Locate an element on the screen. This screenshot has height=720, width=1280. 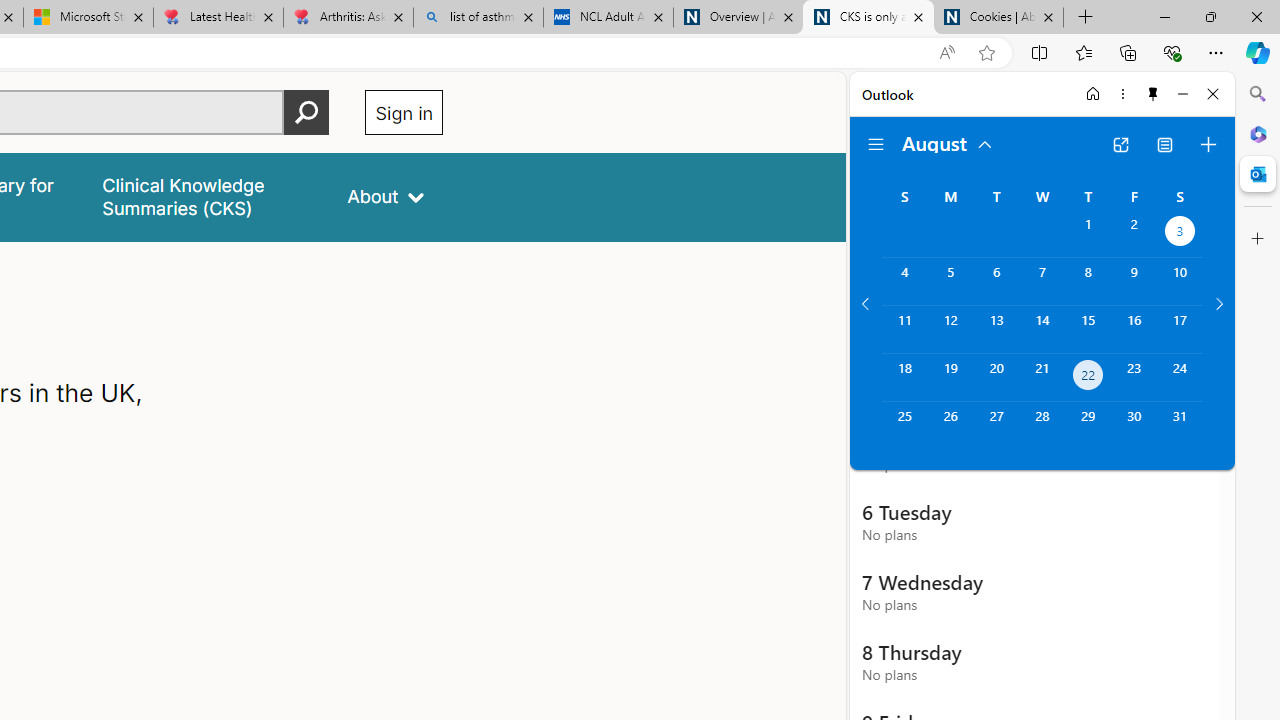
'Friday, August 9, 2024. ' is located at coordinates (1134, 281).